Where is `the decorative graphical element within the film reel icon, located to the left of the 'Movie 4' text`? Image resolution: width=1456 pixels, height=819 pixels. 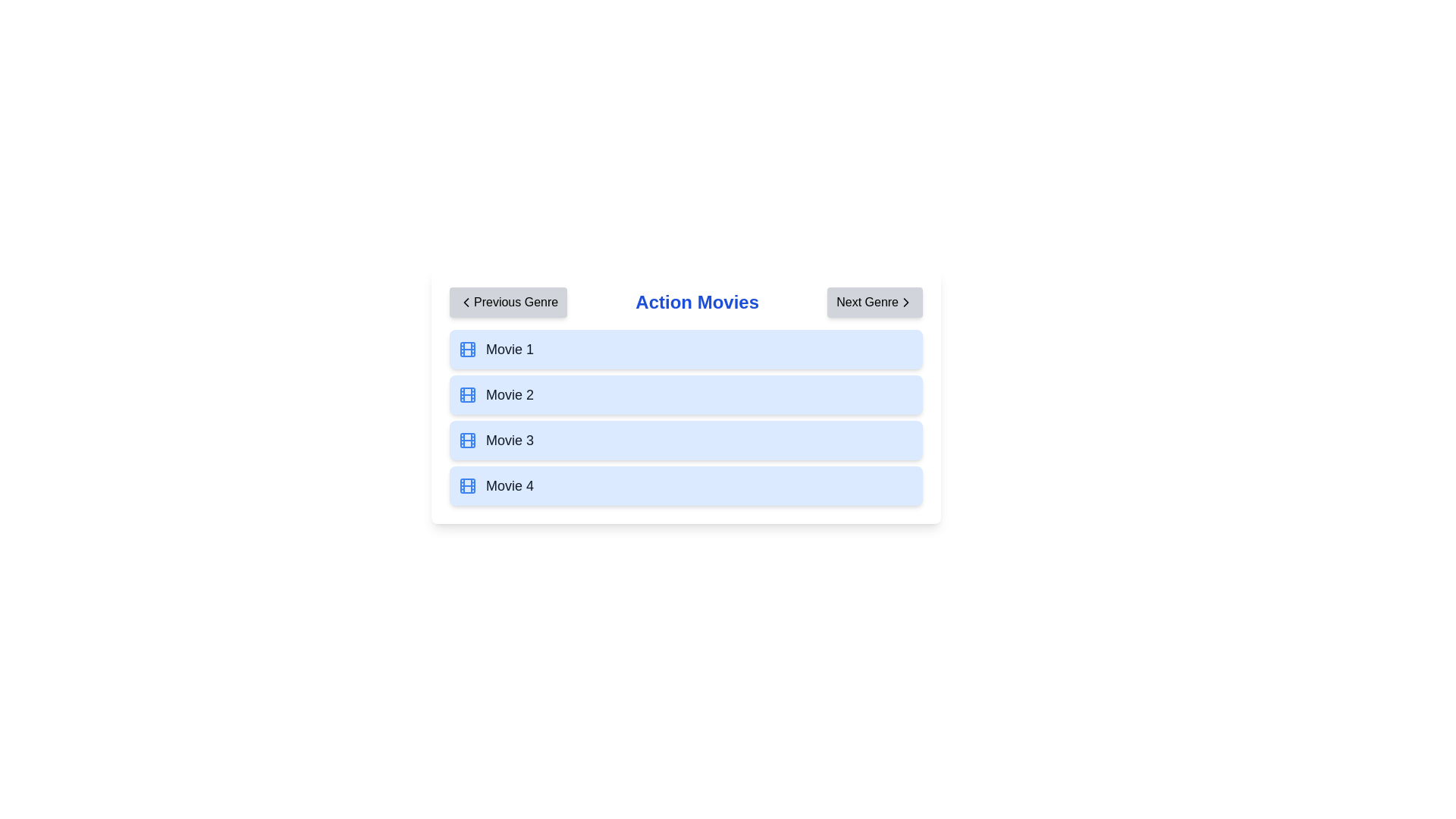 the decorative graphical element within the film reel icon, located to the left of the 'Movie 4' text is located at coordinates (467, 485).